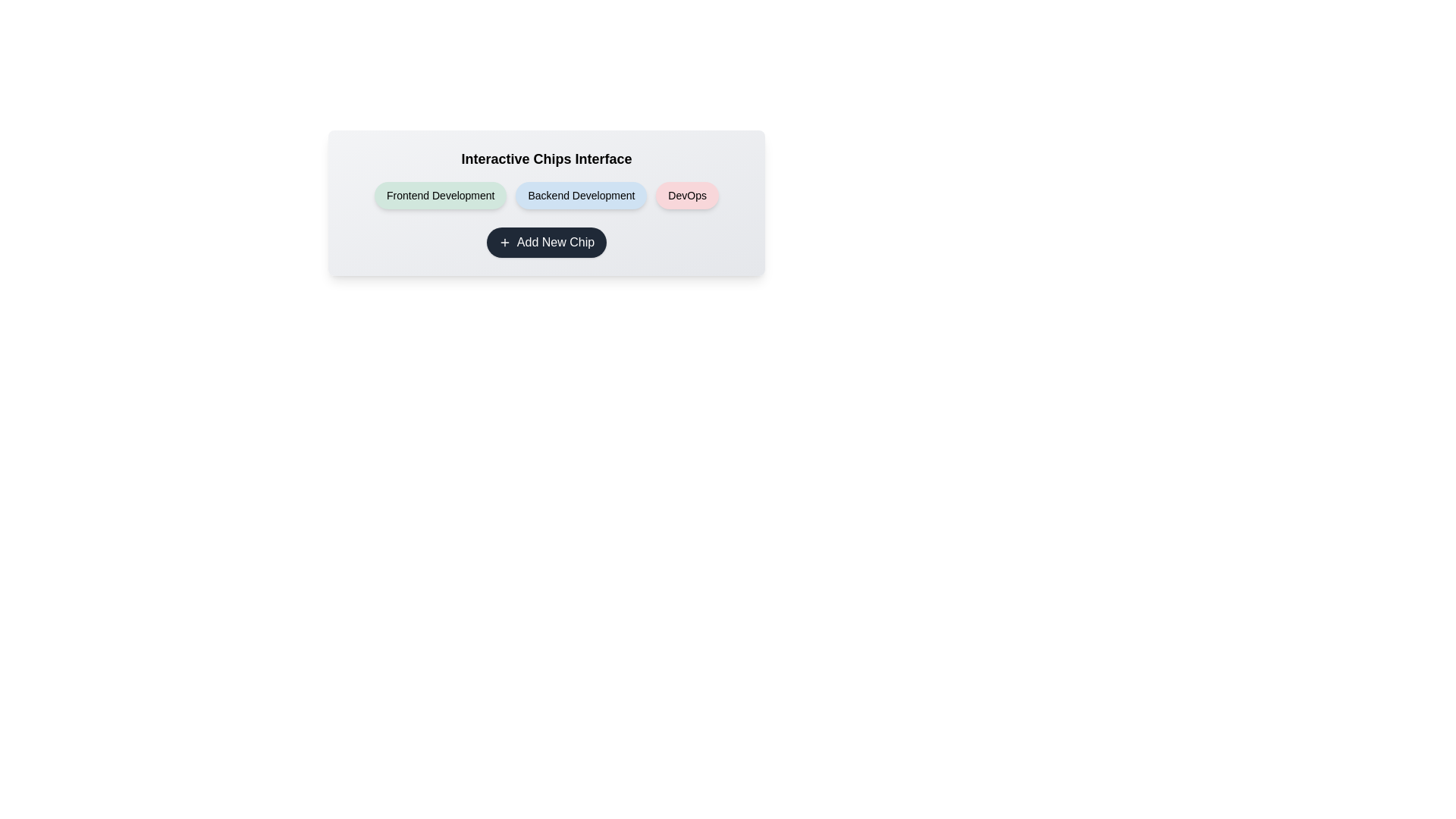 This screenshot has height=819, width=1456. Describe the element at coordinates (546, 242) in the screenshot. I see `the 'Add New Chip' button to add a new chip` at that location.